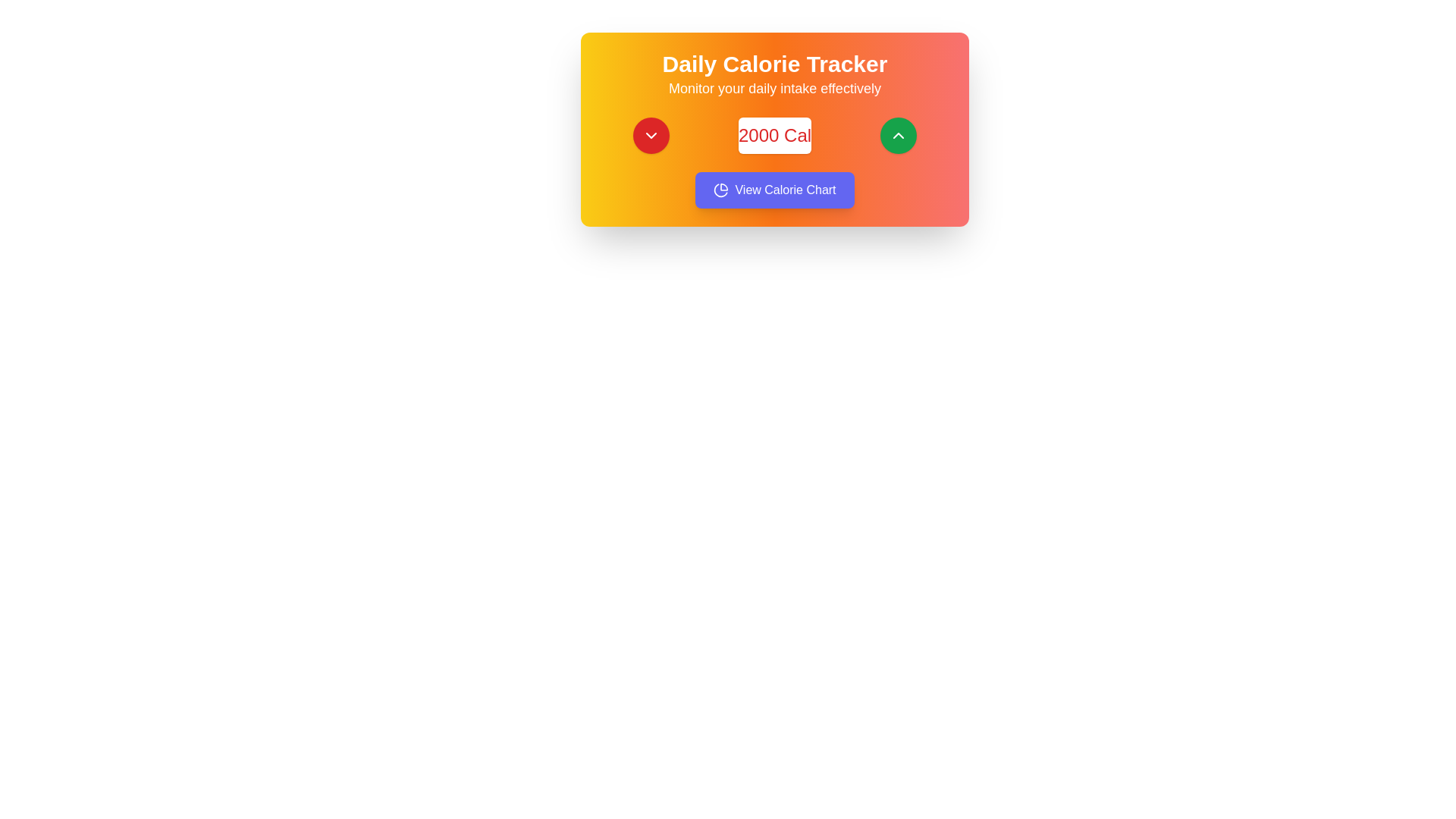  Describe the element at coordinates (898, 134) in the screenshot. I see `the Chevron icon within the green circular button on the right side of the 'Daily Calorie Tracker' card` at that location.